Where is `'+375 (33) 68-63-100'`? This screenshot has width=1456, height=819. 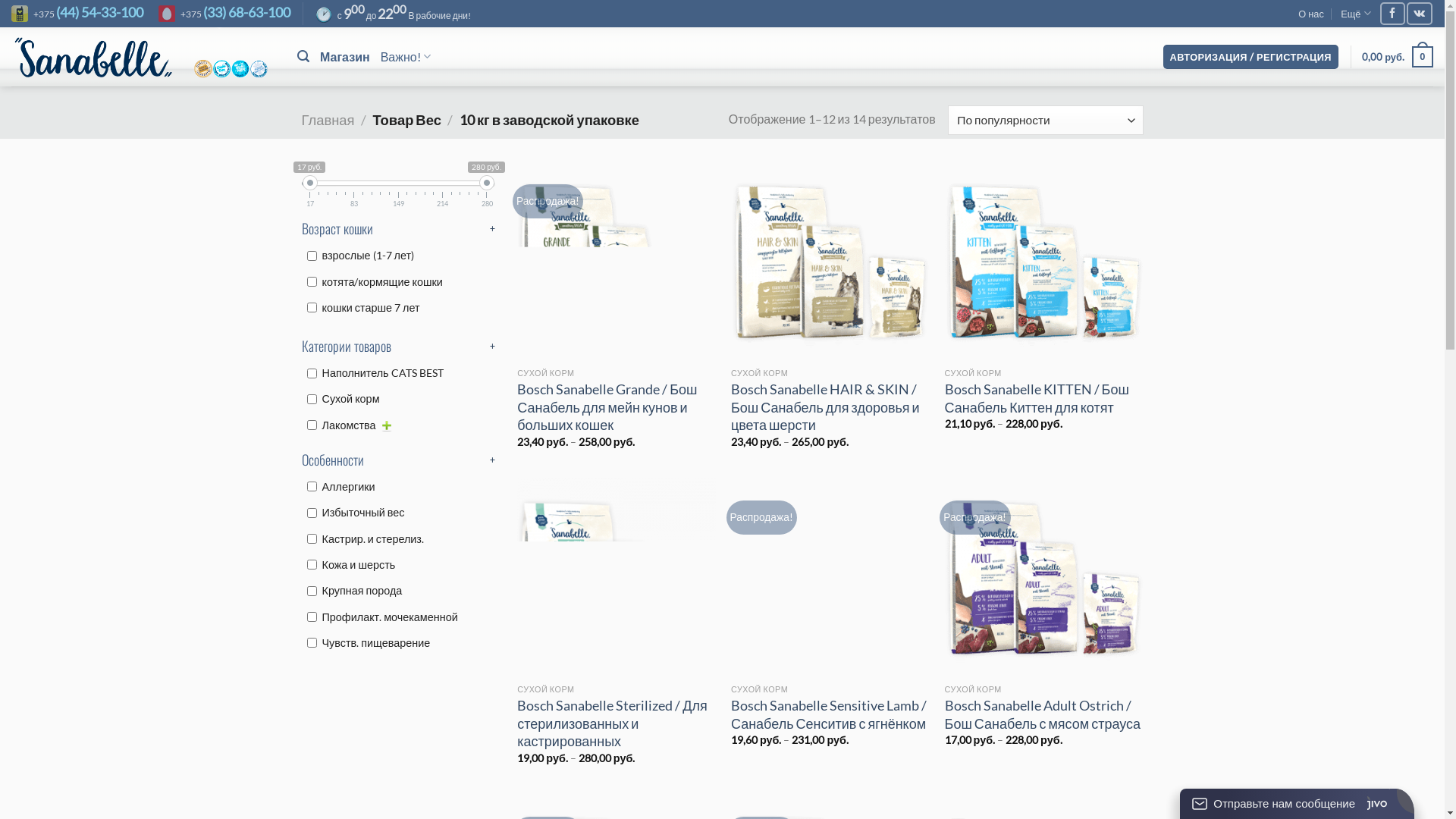 '+375 (33) 68-63-100' is located at coordinates (224, 14).